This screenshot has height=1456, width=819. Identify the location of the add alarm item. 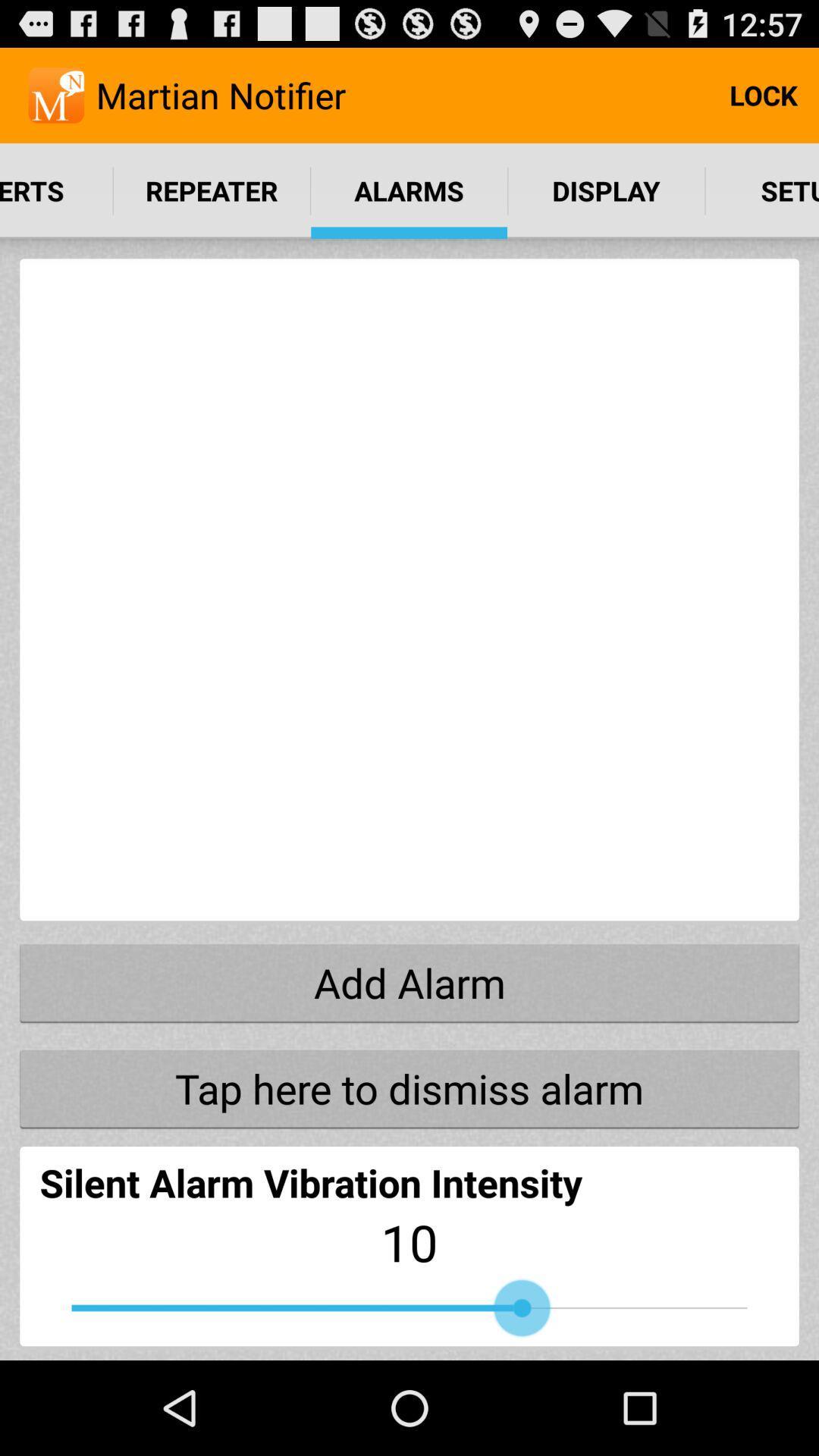
(409, 983).